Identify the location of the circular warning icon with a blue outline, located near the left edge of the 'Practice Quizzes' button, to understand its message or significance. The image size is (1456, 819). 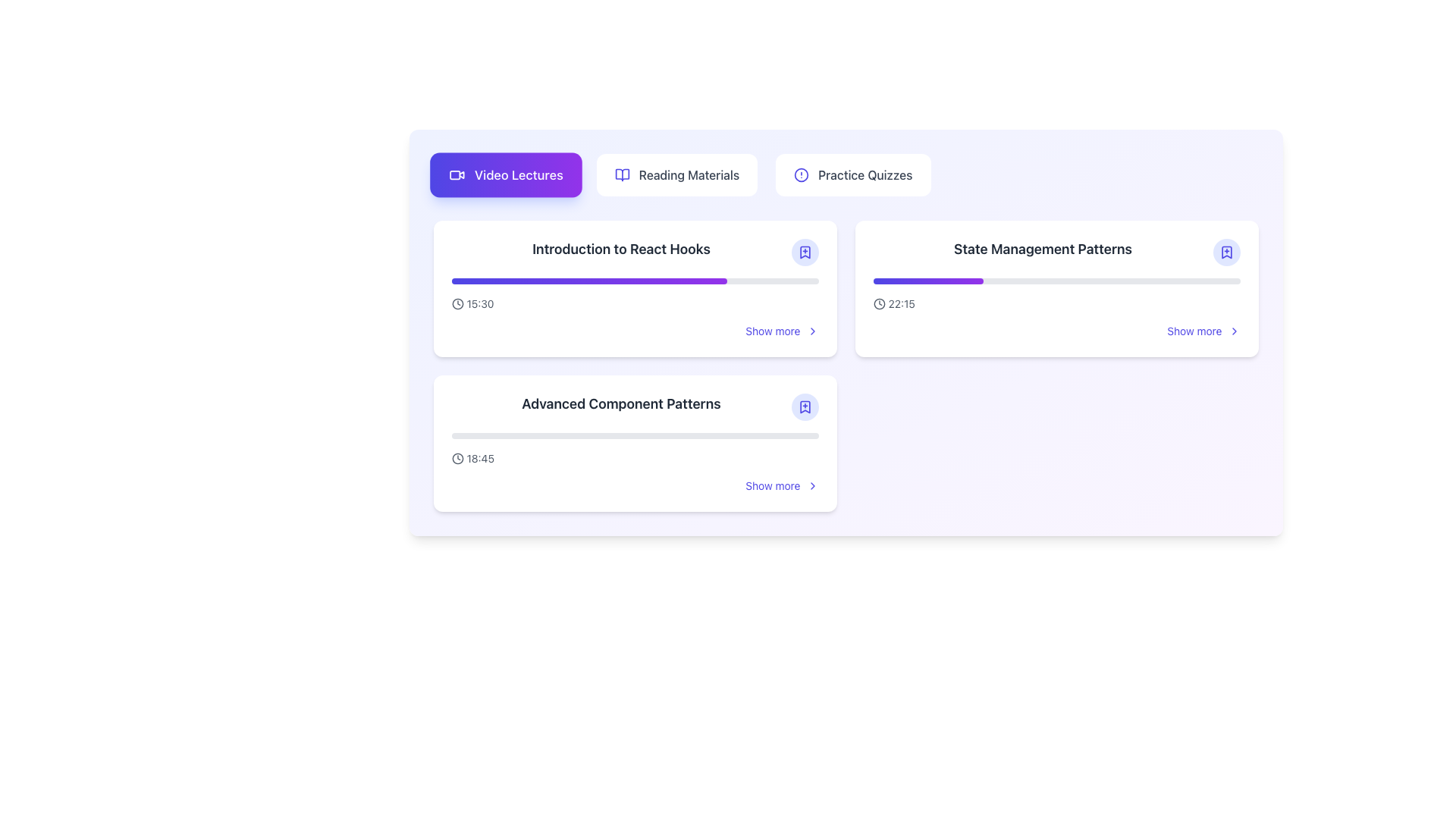
(801, 174).